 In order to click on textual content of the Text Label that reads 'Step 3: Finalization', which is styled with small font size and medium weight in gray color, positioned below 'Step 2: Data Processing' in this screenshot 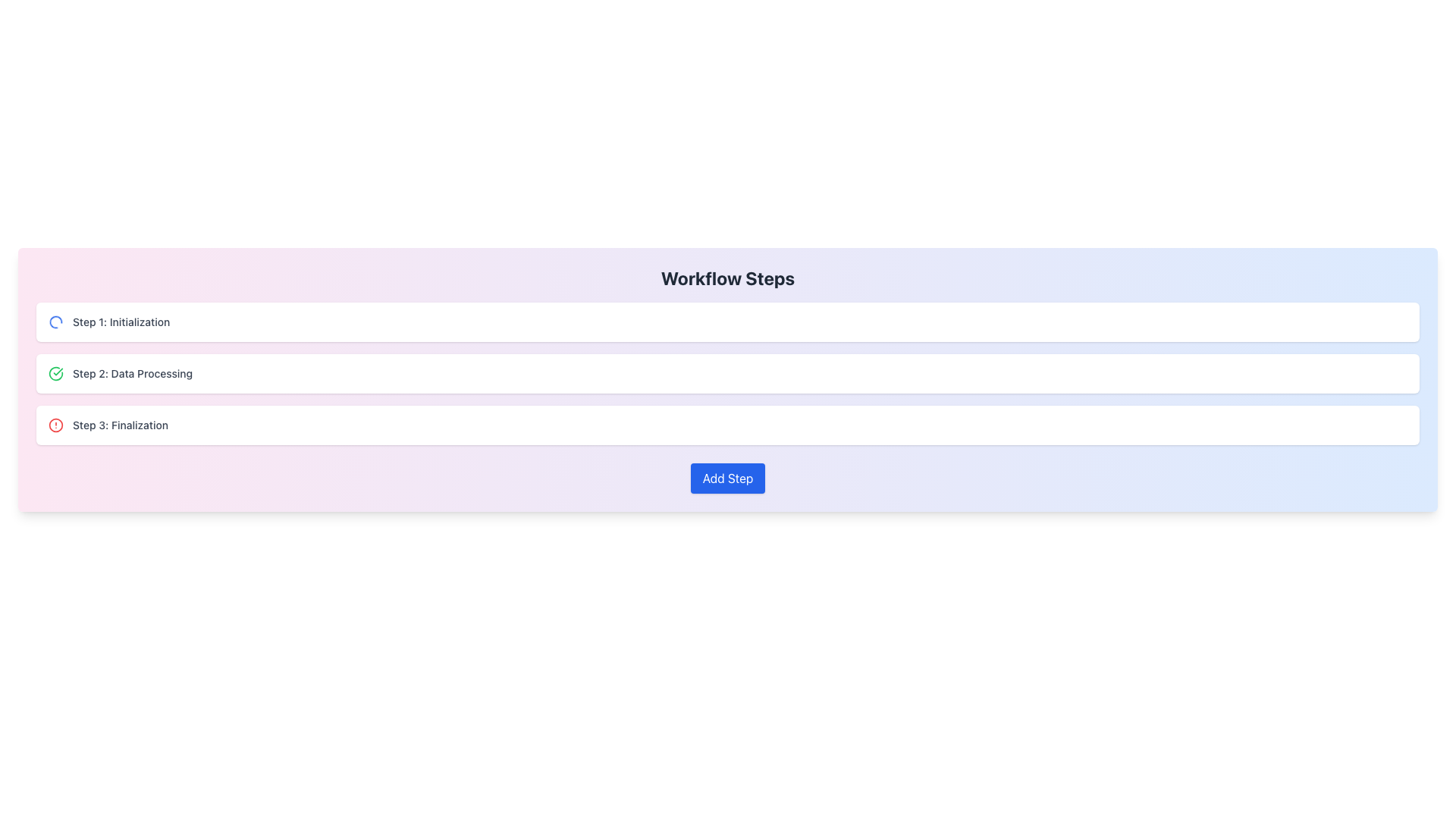, I will do `click(119, 425)`.